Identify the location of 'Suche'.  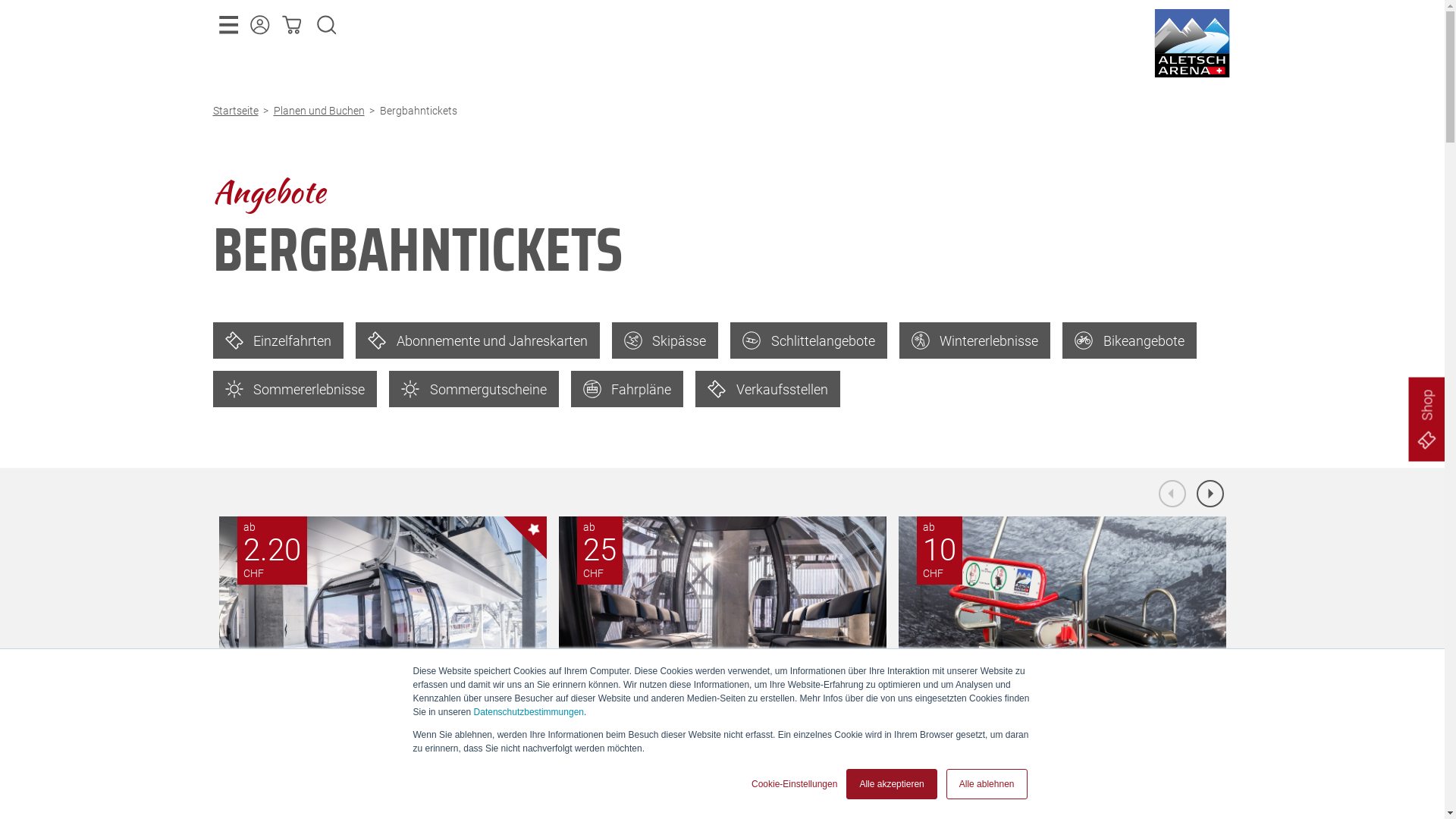
(326, 25).